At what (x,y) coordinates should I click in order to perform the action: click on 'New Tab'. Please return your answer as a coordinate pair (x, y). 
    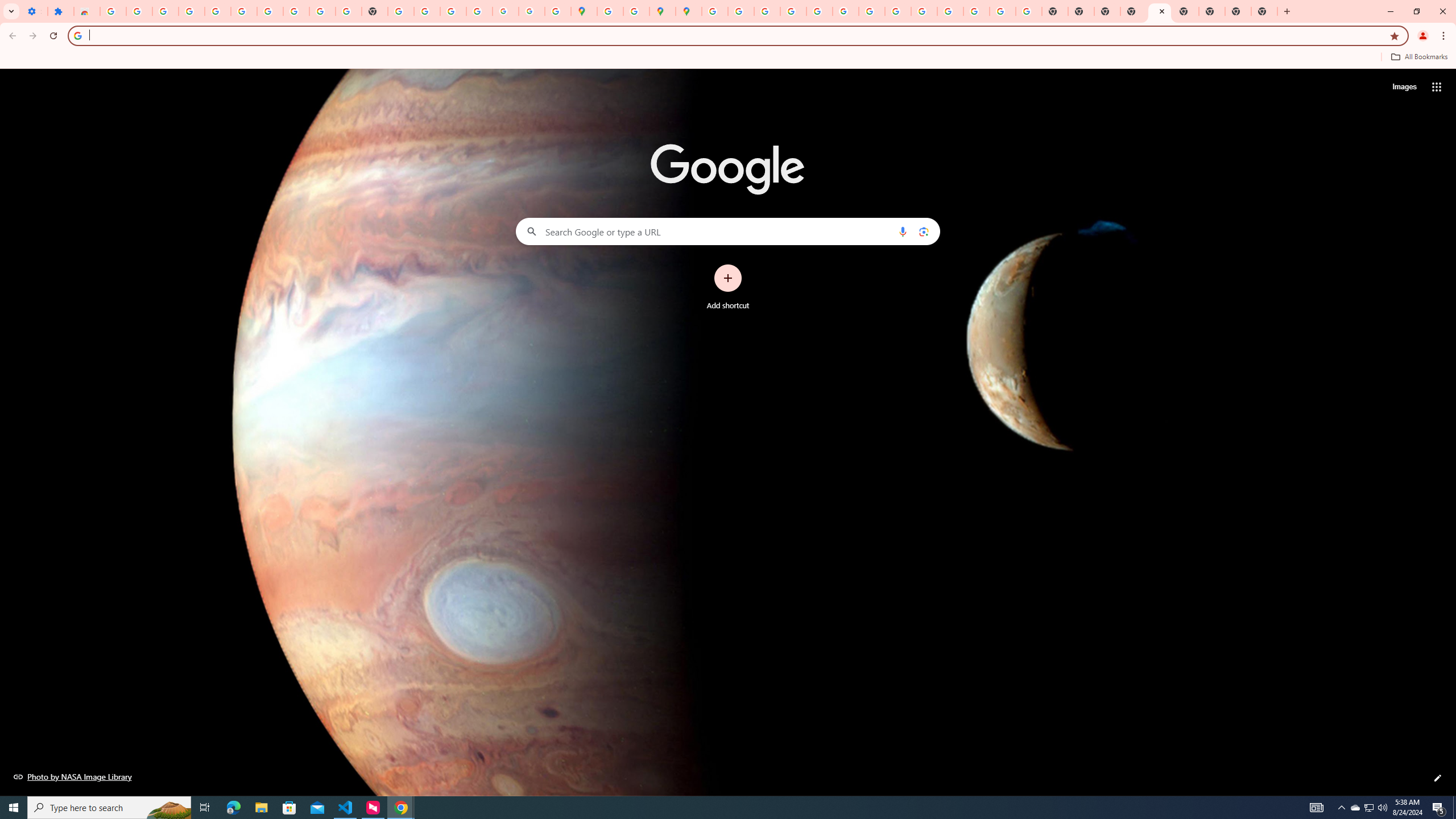
    Looking at the image, I should click on (1264, 11).